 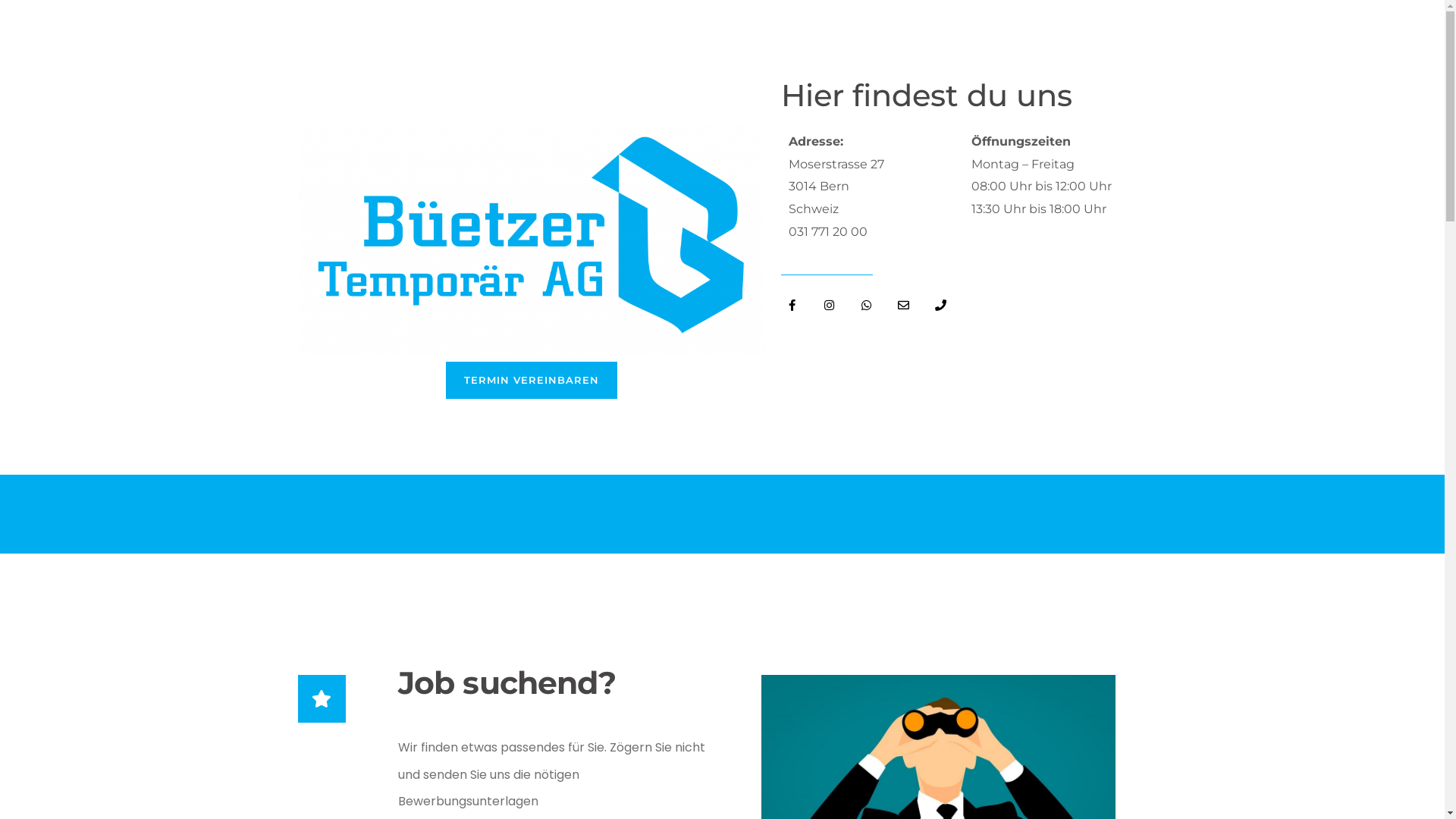 I want to click on 'TERMIN VEREINBAREN', so click(x=531, y=379).